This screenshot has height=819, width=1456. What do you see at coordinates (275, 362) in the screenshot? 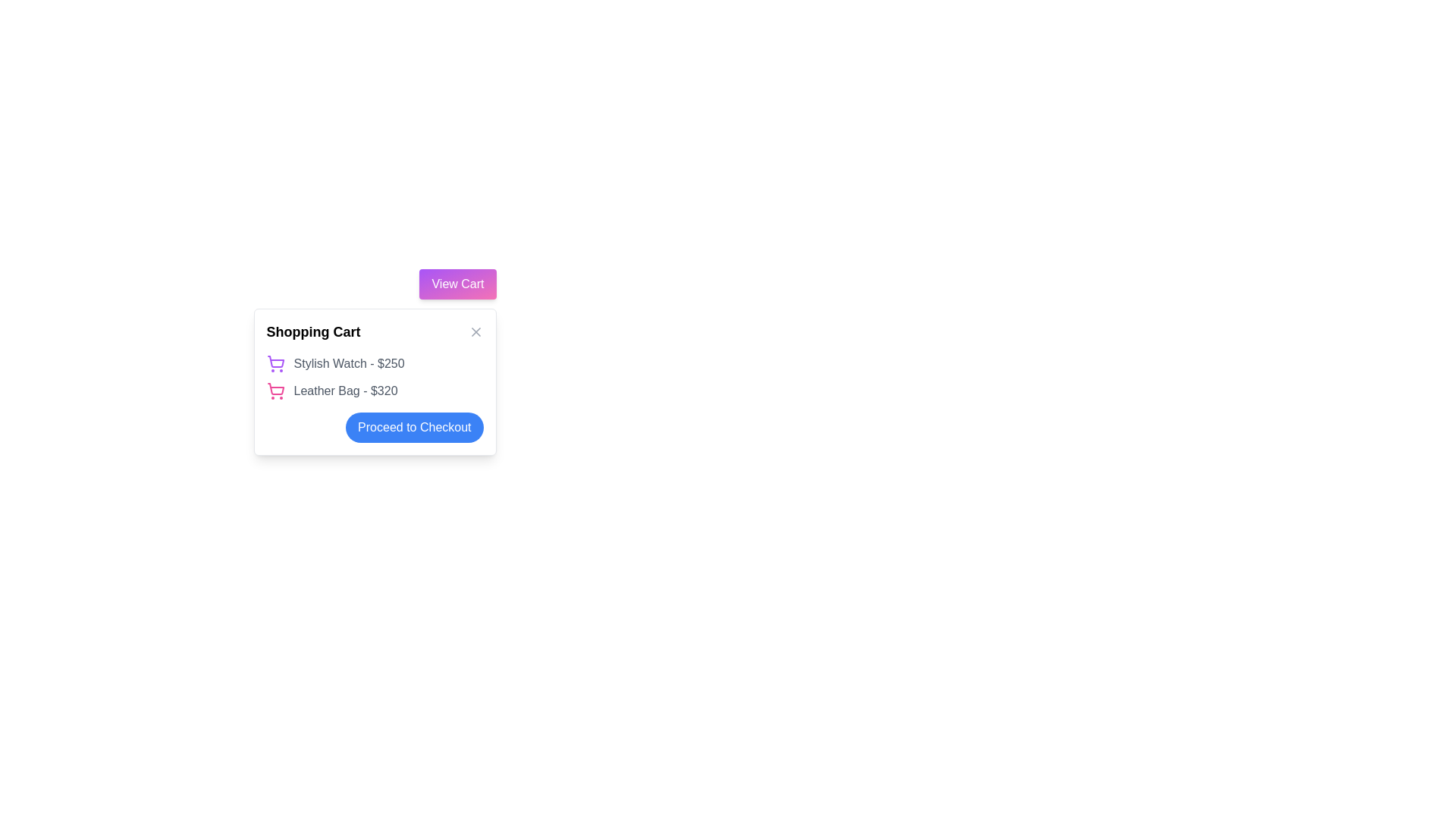
I see `the central part of the shopping cart icon, which represents the main body of the cart in the vector graphic set used for e-commerce features` at bounding box center [275, 362].